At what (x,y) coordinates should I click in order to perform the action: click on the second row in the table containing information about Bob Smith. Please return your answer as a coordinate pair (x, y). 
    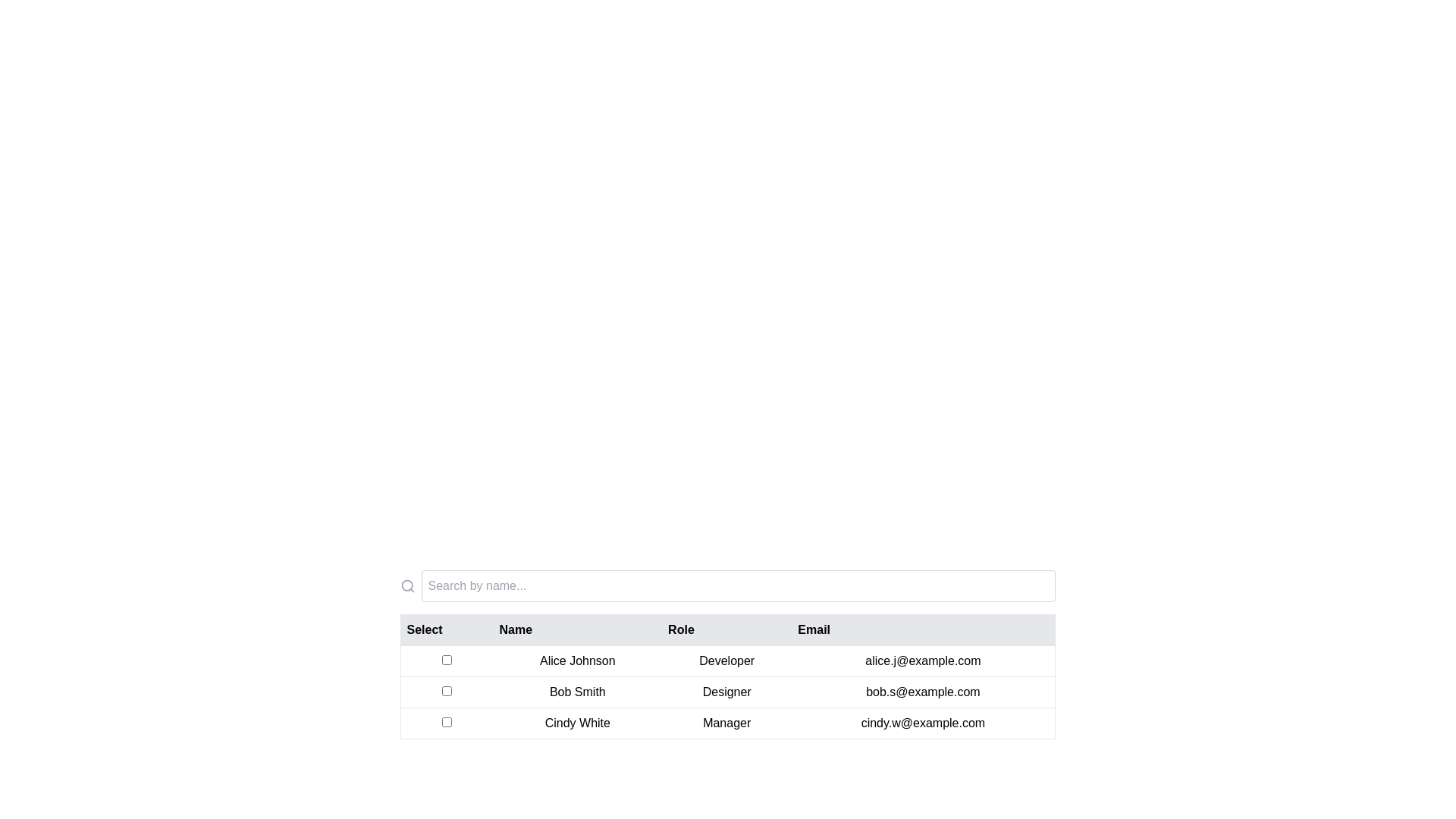
    Looking at the image, I should click on (726, 692).